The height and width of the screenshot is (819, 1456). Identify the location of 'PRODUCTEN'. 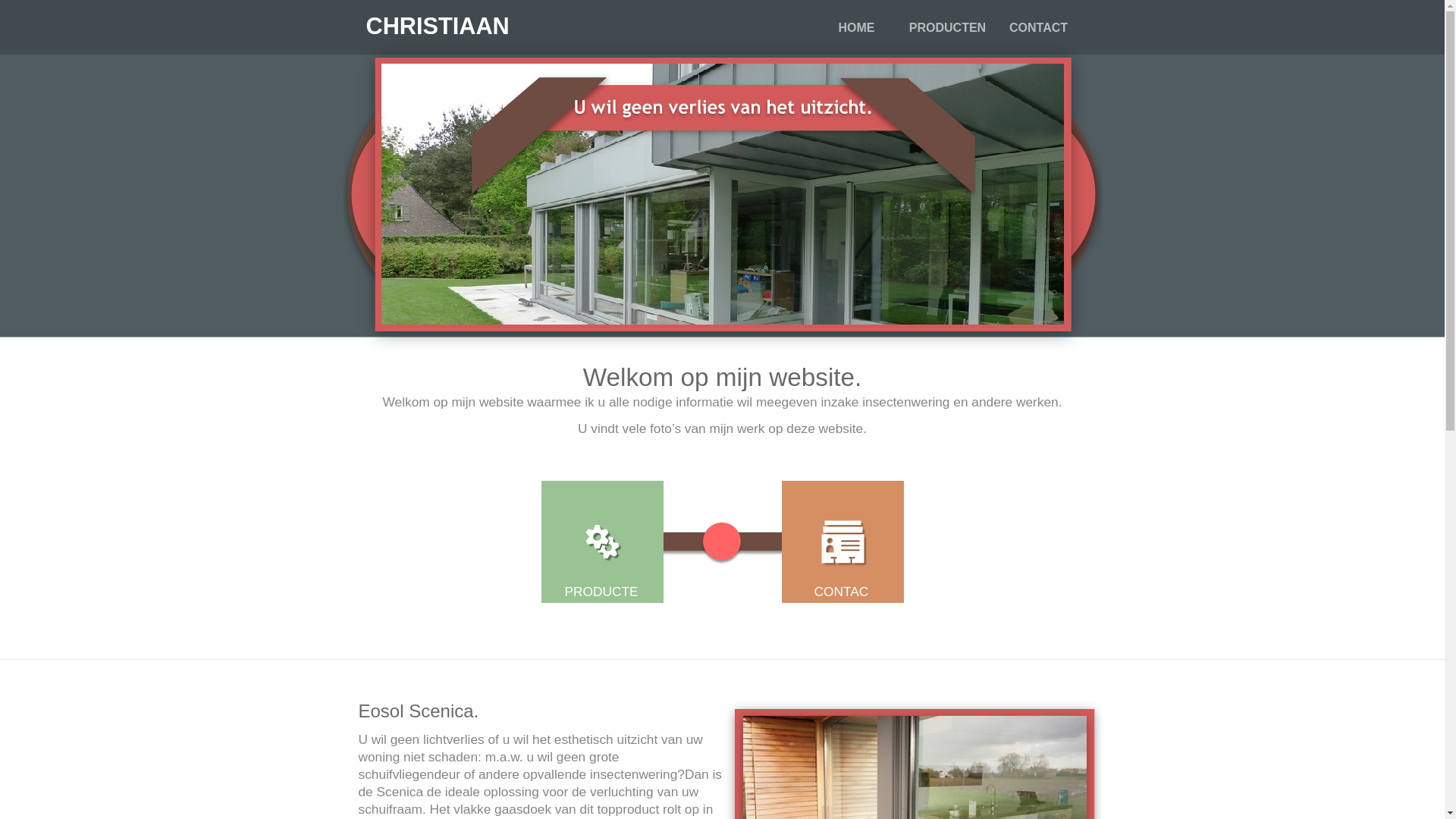
(946, 28).